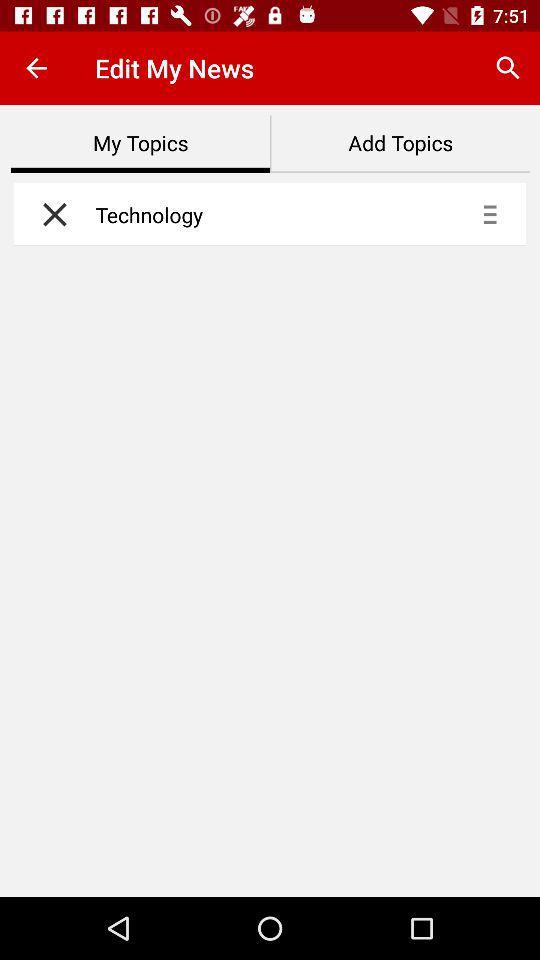 This screenshot has width=540, height=960. Describe the element at coordinates (400, 143) in the screenshot. I see `the item to the right of the my topics item` at that location.